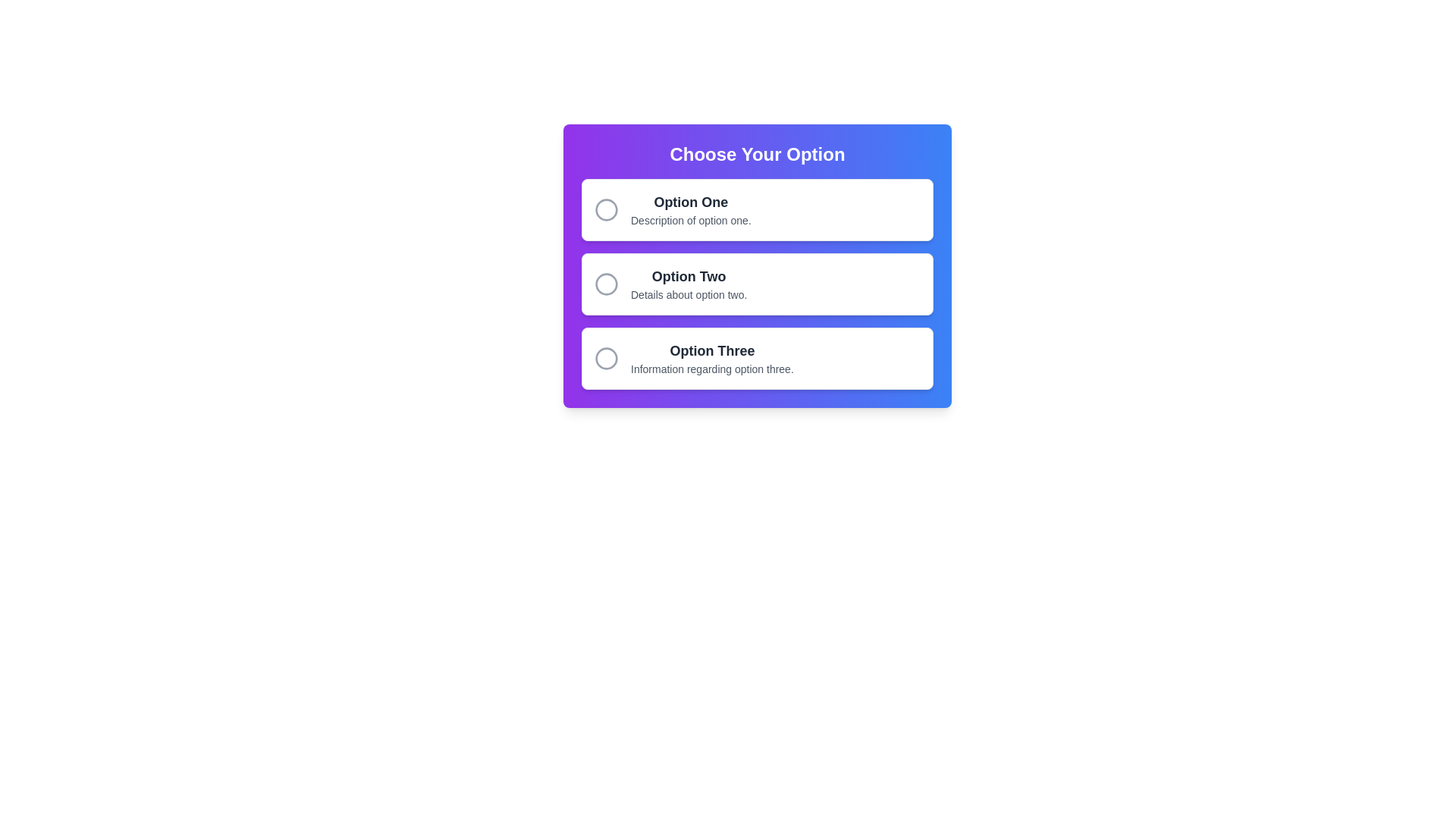 The width and height of the screenshot is (1456, 819). What do you see at coordinates (607, 359) in the screenshot?
I see `the inactive radio button outline representing the third option in the vertical list` at bounding box center [607, 359].